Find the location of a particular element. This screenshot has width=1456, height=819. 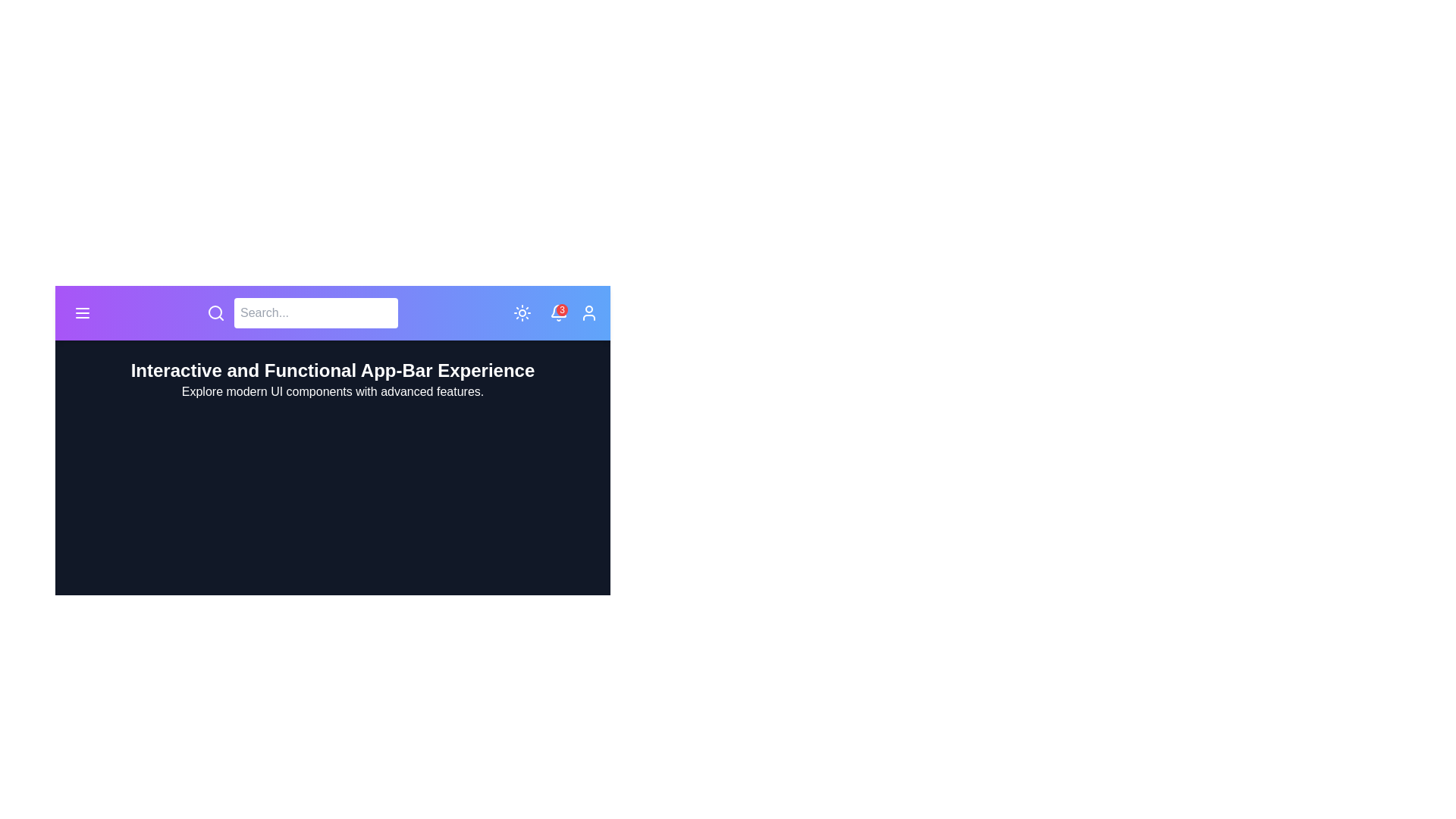

the theme toggle button to switch between light and dark modes is located at coordinates (522, 312).